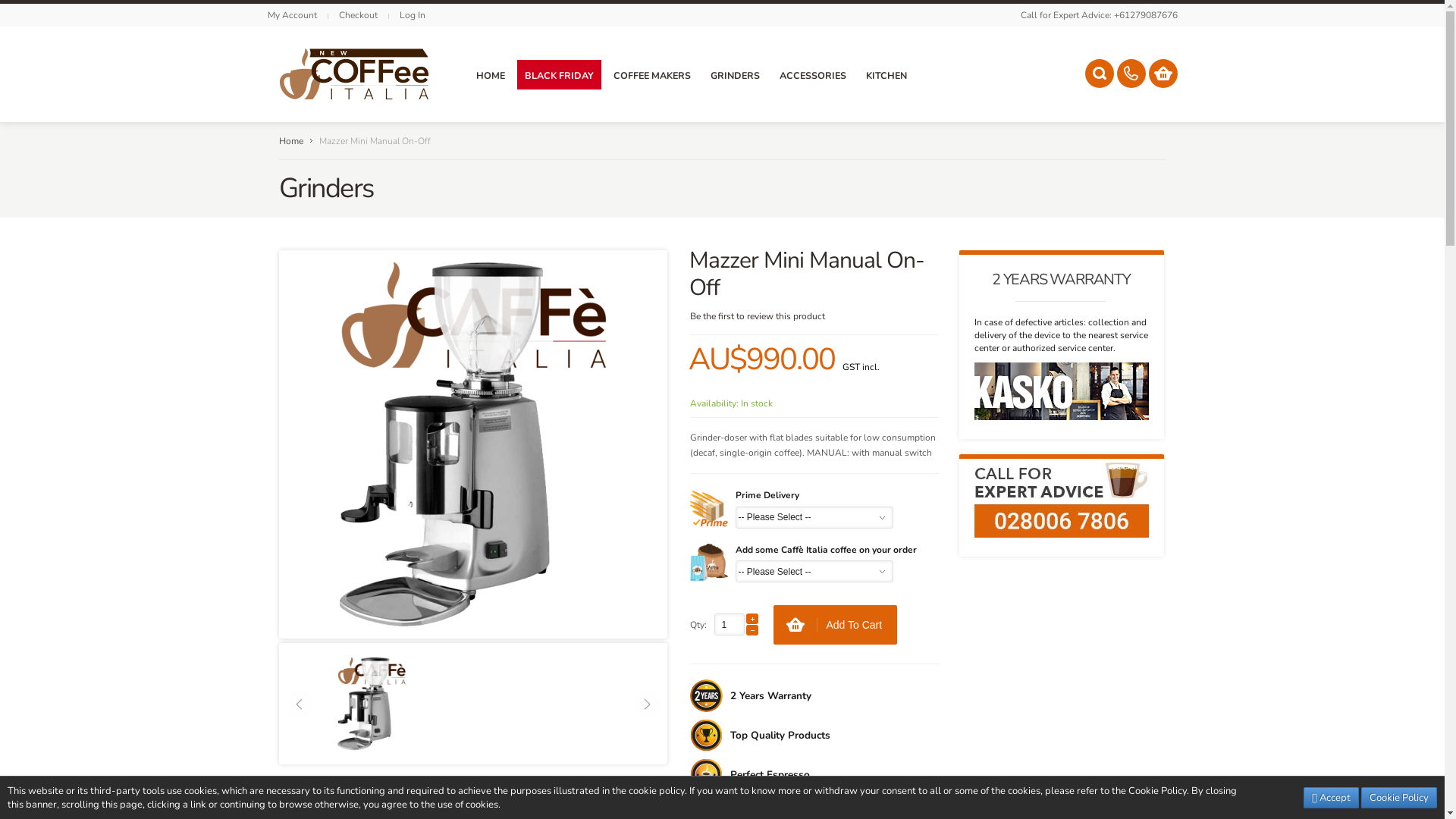 Image resolution: width=1456 pixels, height=819 pixels. Describe the element at coordinates (1302, 797) in the screenshot. I see `'Accept'` at that location.